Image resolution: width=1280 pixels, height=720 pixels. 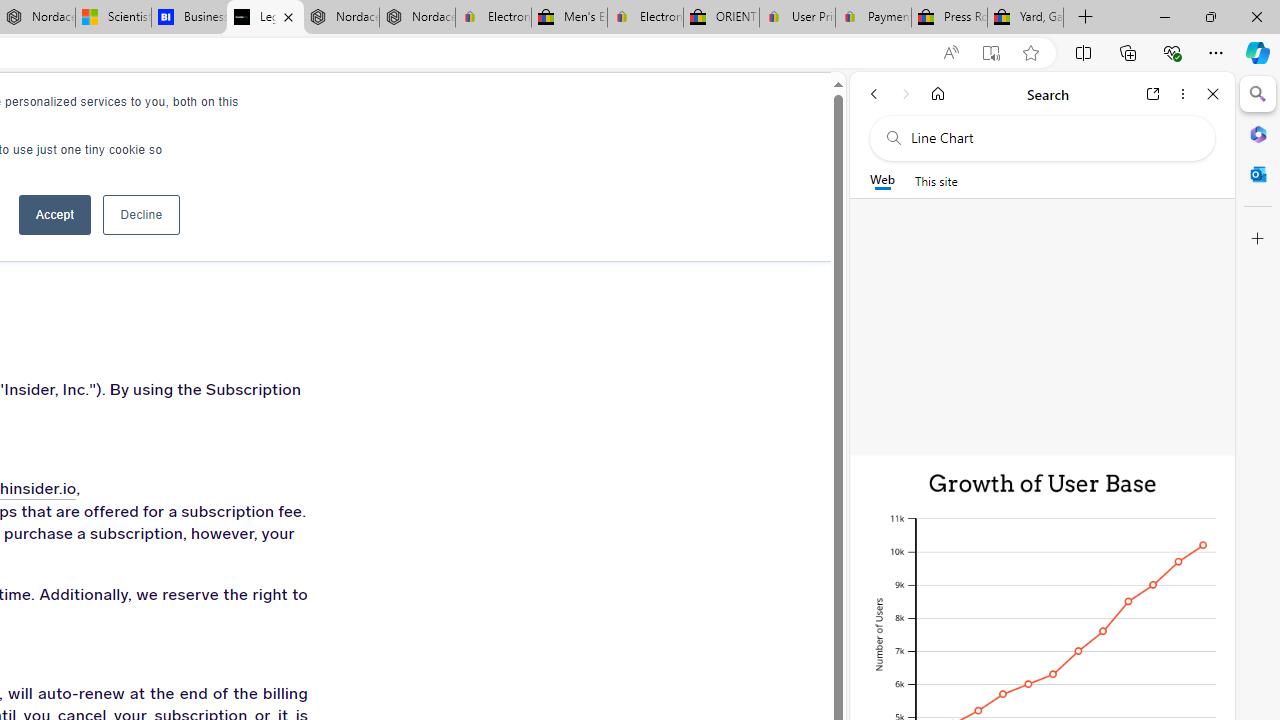 What do you see at coordinates (1257, 94) in the screenshot?
I see `'Minimize Search pane'` at bounding box center [1257, 94].